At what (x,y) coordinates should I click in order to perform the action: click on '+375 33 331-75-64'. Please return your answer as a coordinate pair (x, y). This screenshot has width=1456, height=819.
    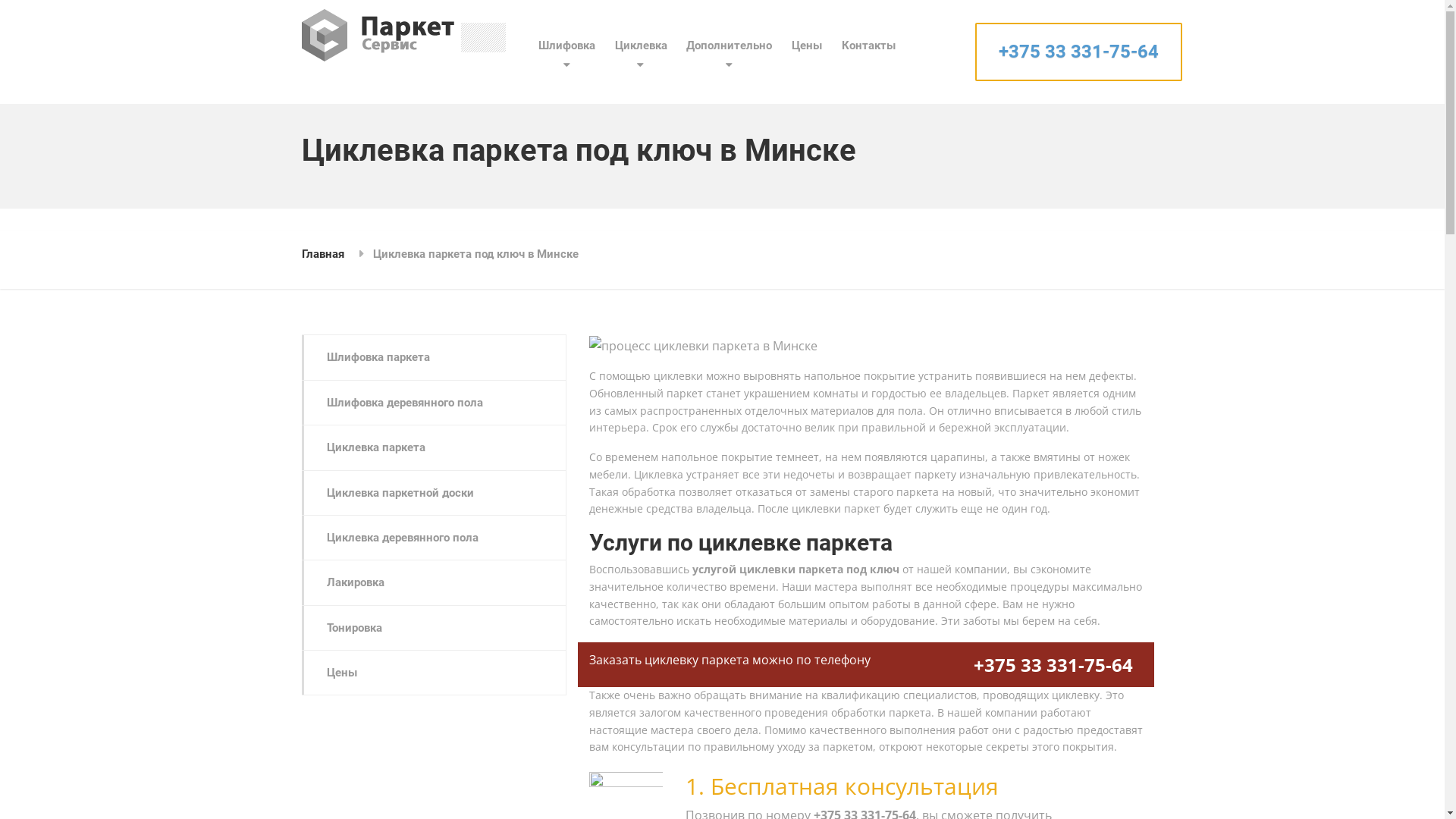
    Looking at the image, I should click on (973, 664).